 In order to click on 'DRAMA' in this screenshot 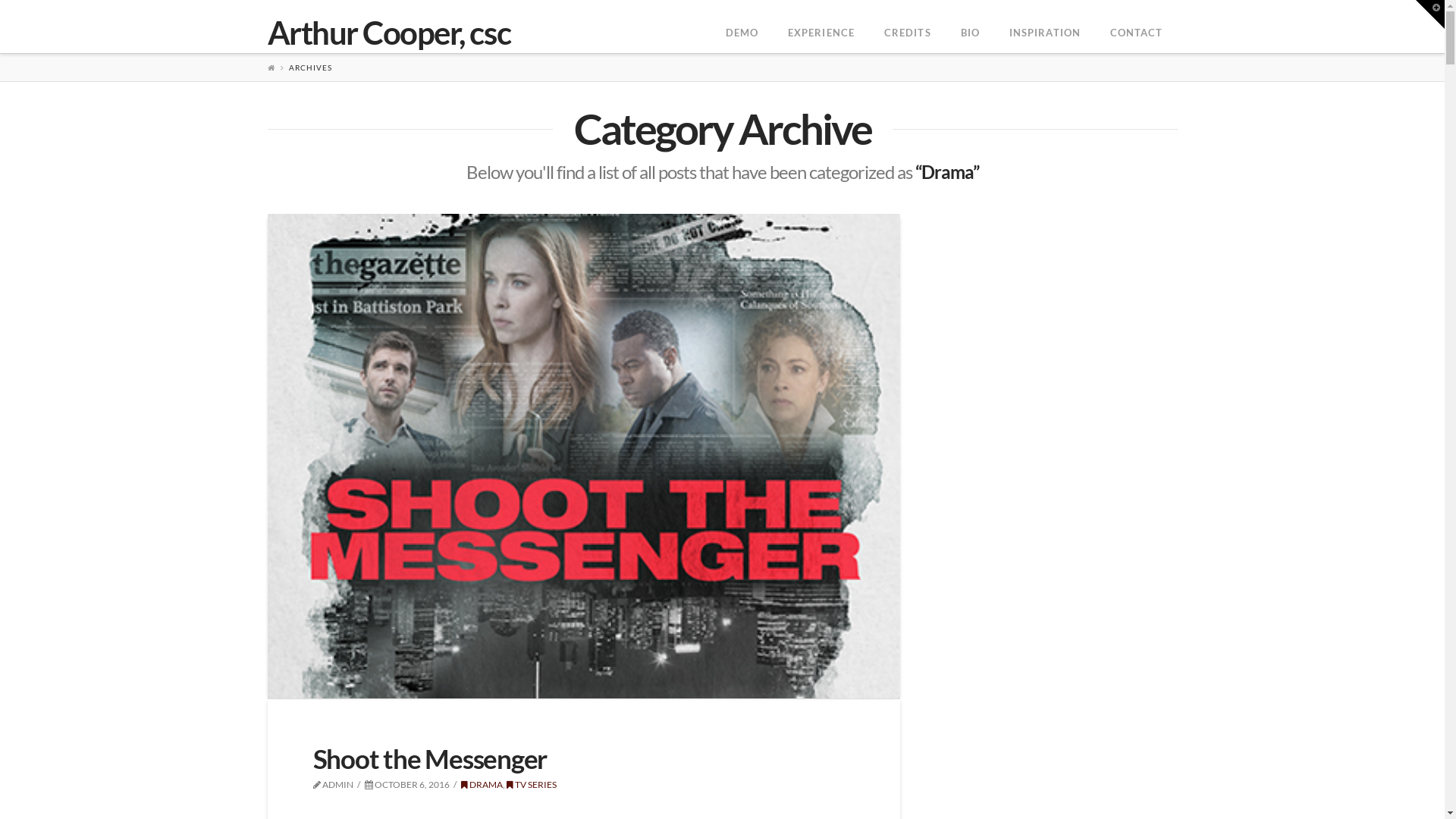, I will do `click(460, 784)`.